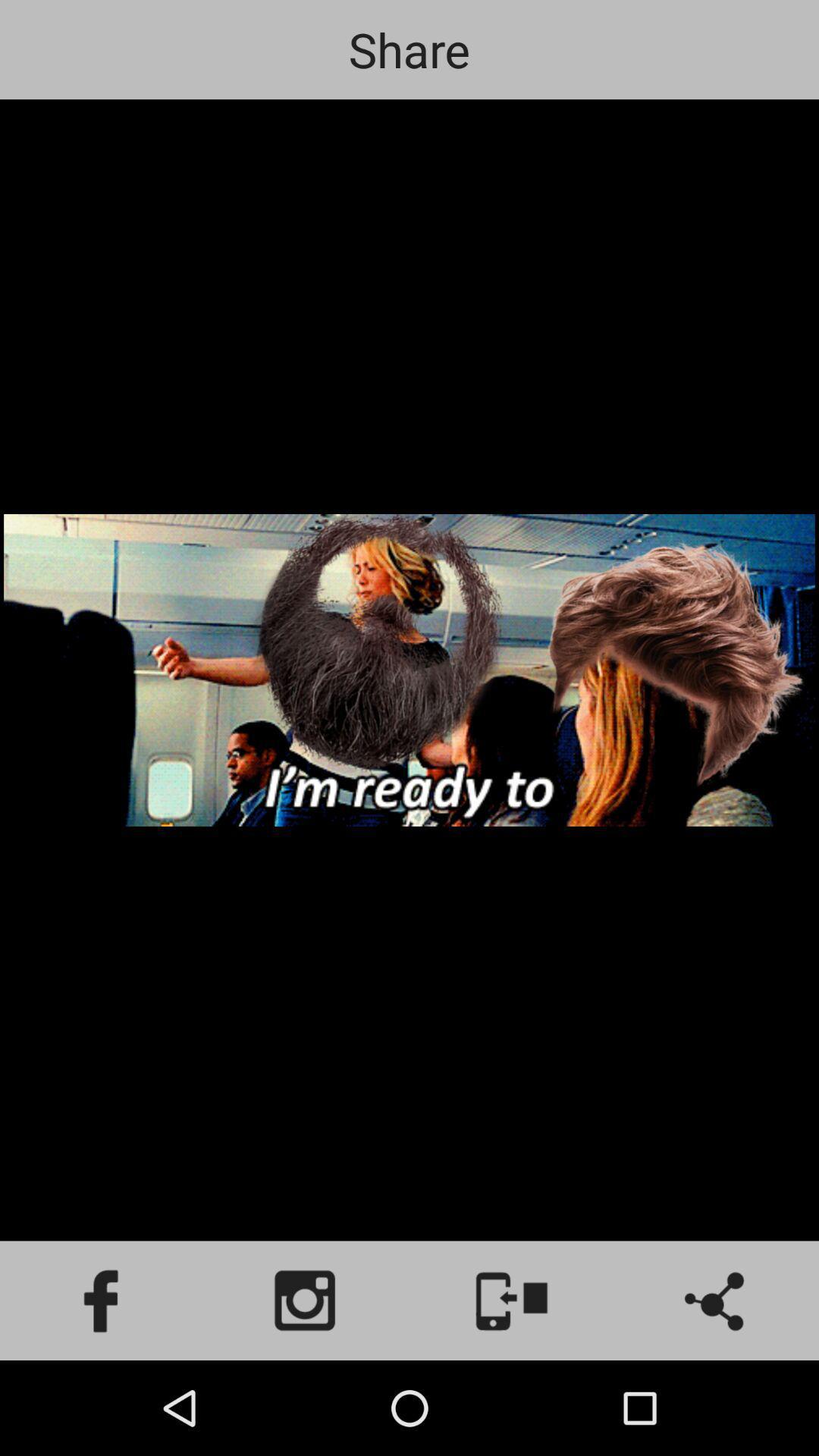 The height and width of the screenshot is (1456, 819). Describe the element at coordinates (717, 1300) in the screenshot. I see `icon at the bottom right corner` at that location.